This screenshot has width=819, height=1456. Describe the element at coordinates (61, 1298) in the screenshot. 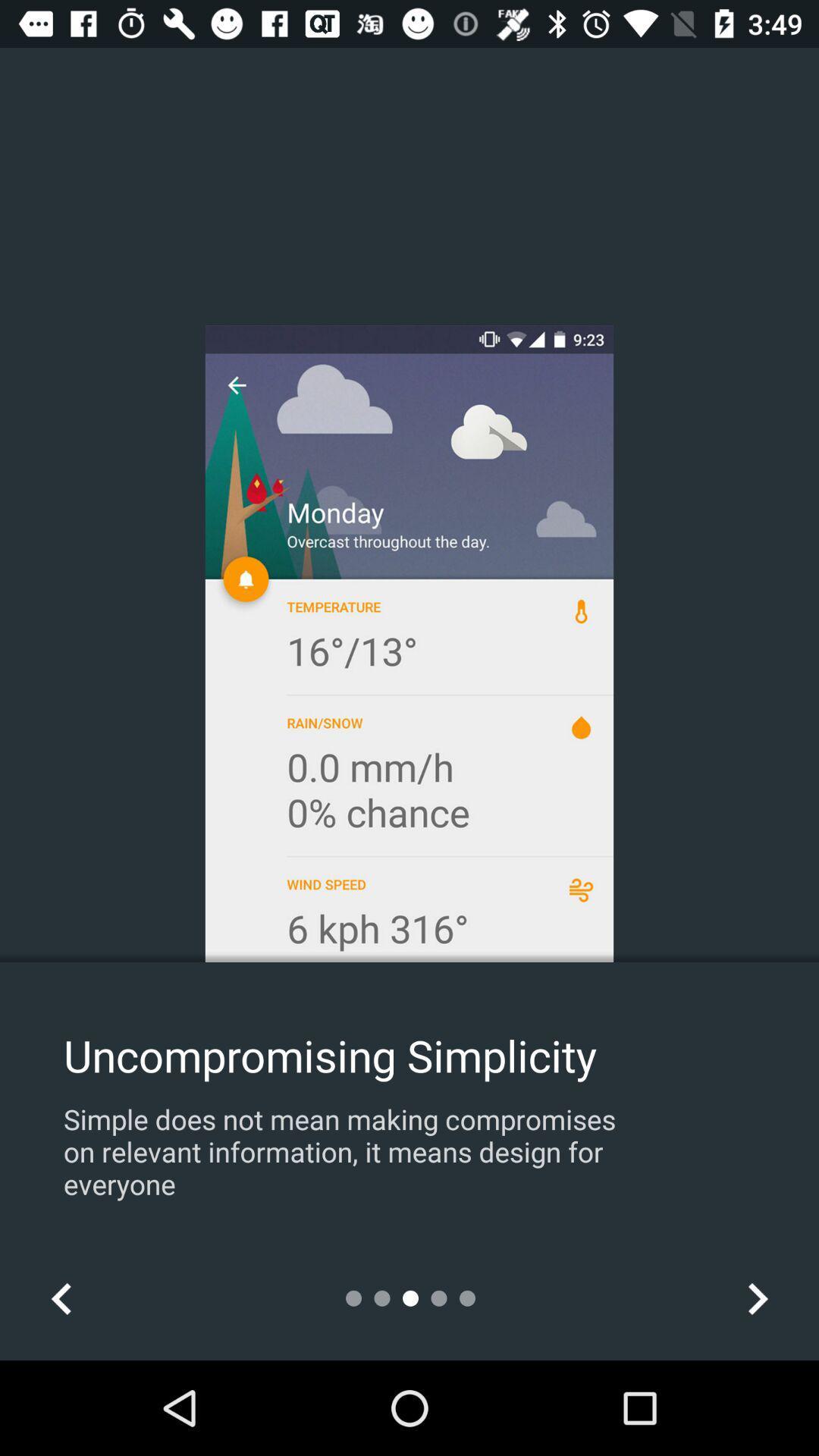

I see `icon at the bottom left corner` at that location.